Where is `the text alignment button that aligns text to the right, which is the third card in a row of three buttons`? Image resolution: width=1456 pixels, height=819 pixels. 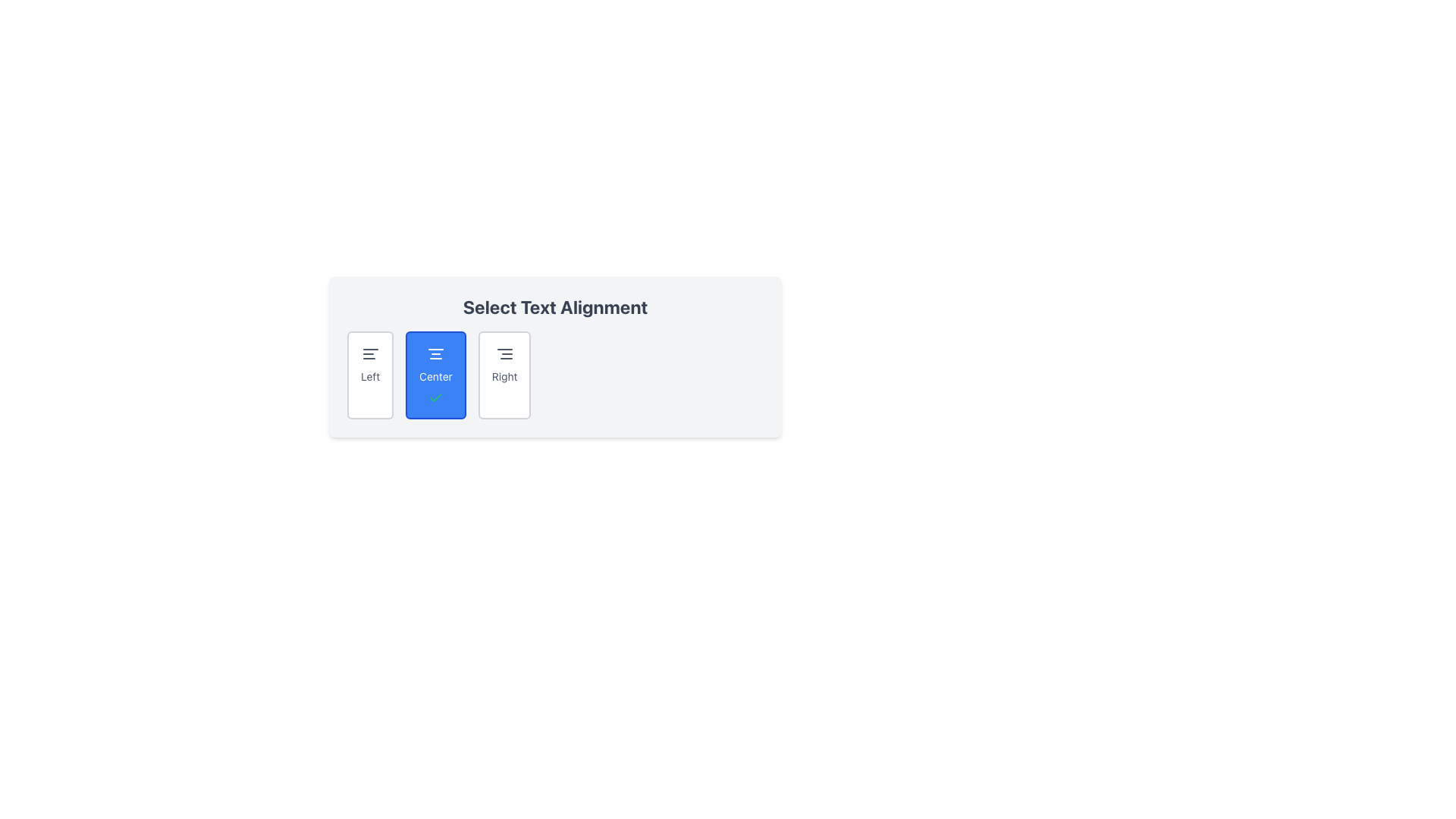
the text alignment button that aligns text to the right, which is the third card in a row of three buttons is located at coordinates (504, 375).